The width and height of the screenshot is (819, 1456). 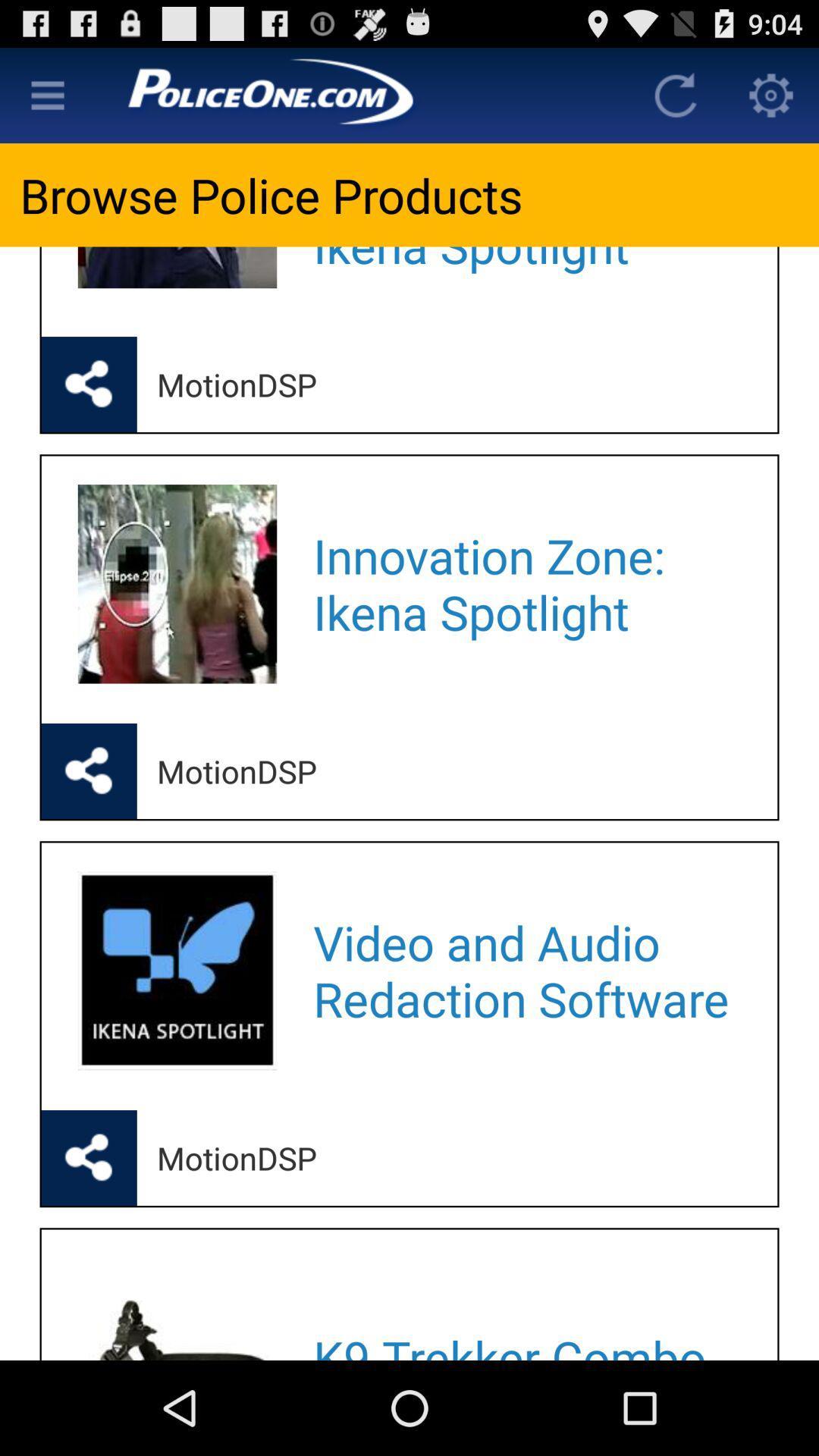 What do you see at coordinates (771, 94) in the screenshot?
I see `open settings meu` at bounding box center [771, 94].